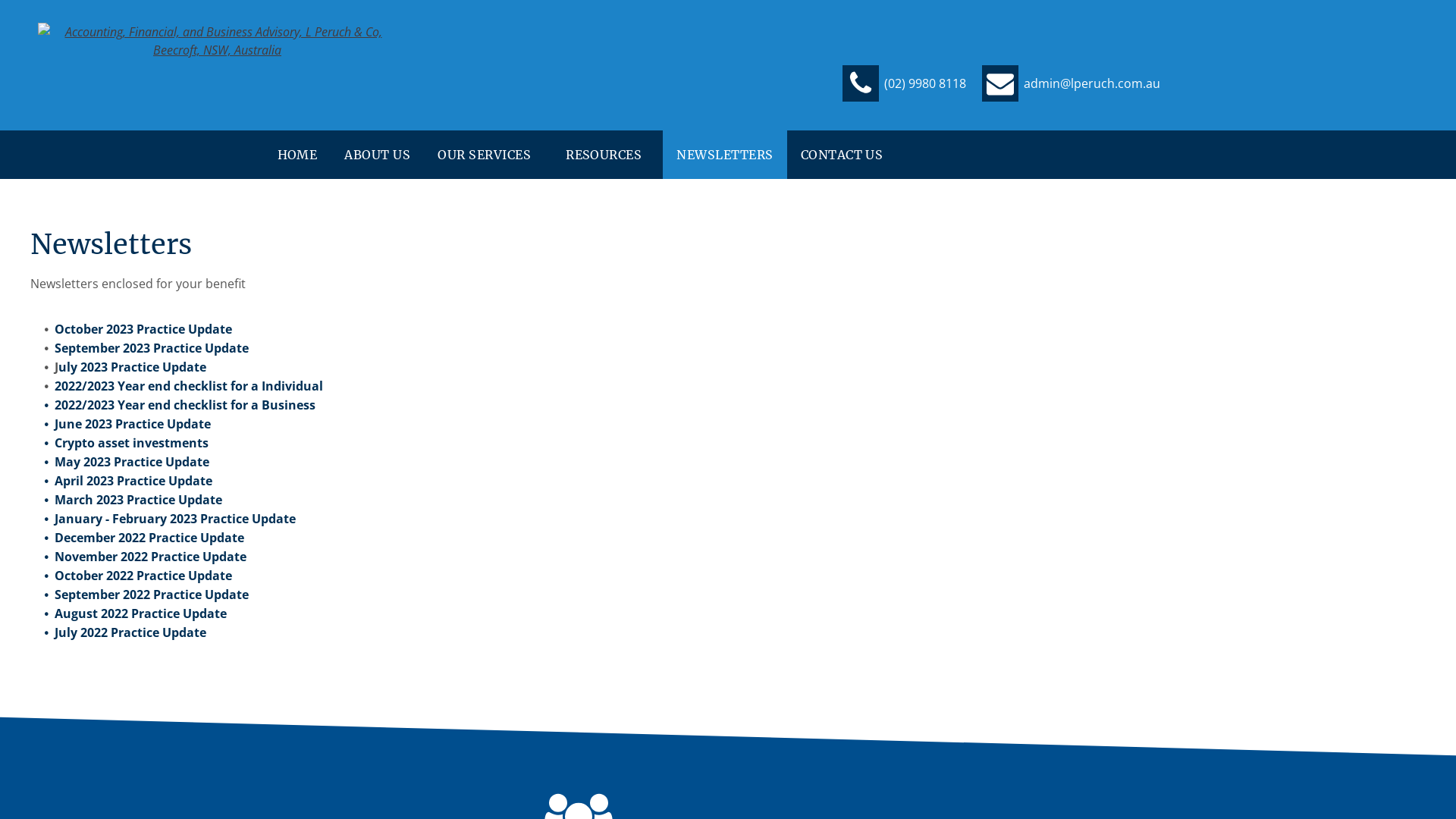 This screenshot has width=1456, height=819. I want to click on 'ABOUT US', so click(377, 155).